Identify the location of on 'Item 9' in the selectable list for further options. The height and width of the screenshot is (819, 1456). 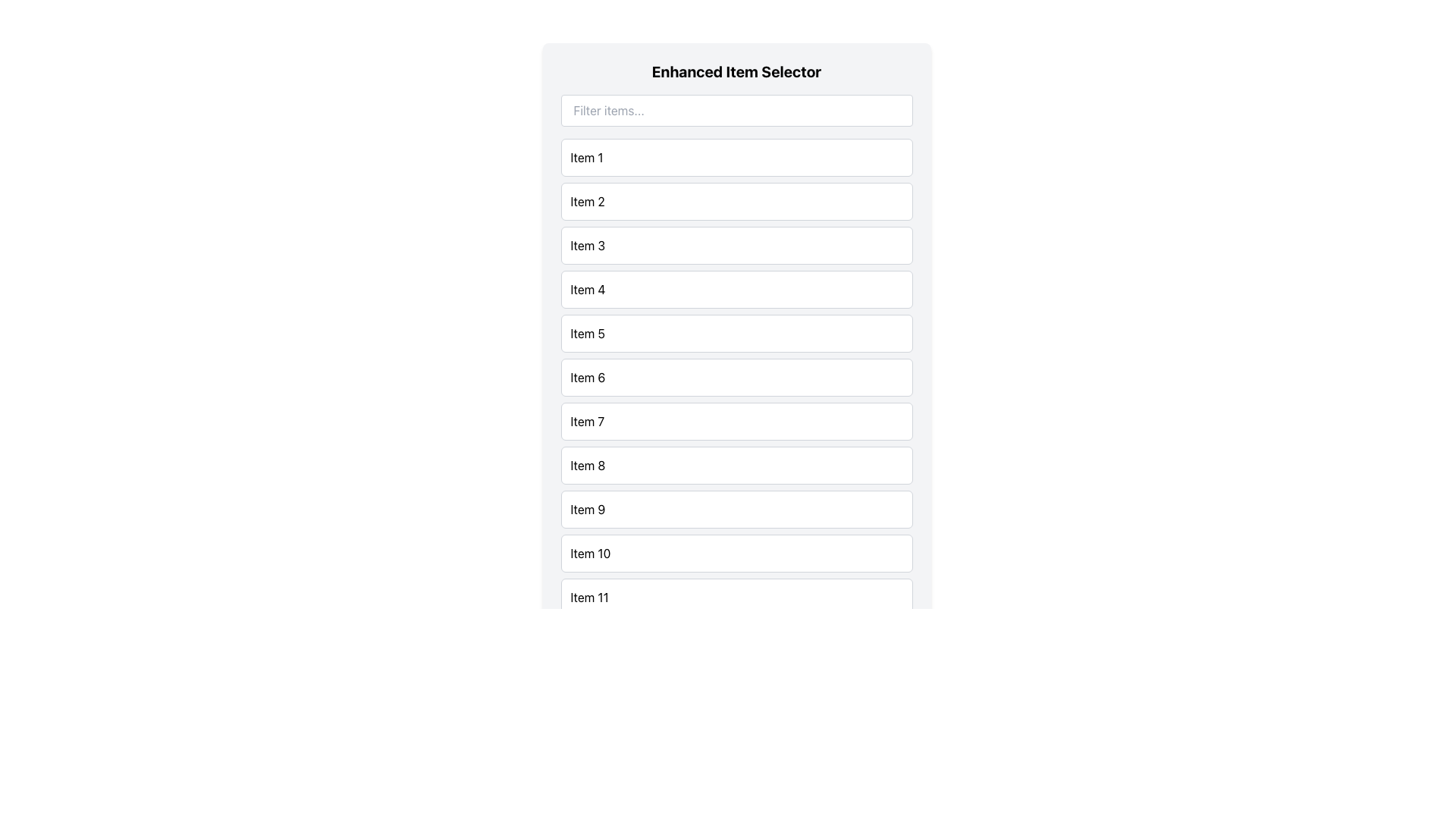
(736, 509).